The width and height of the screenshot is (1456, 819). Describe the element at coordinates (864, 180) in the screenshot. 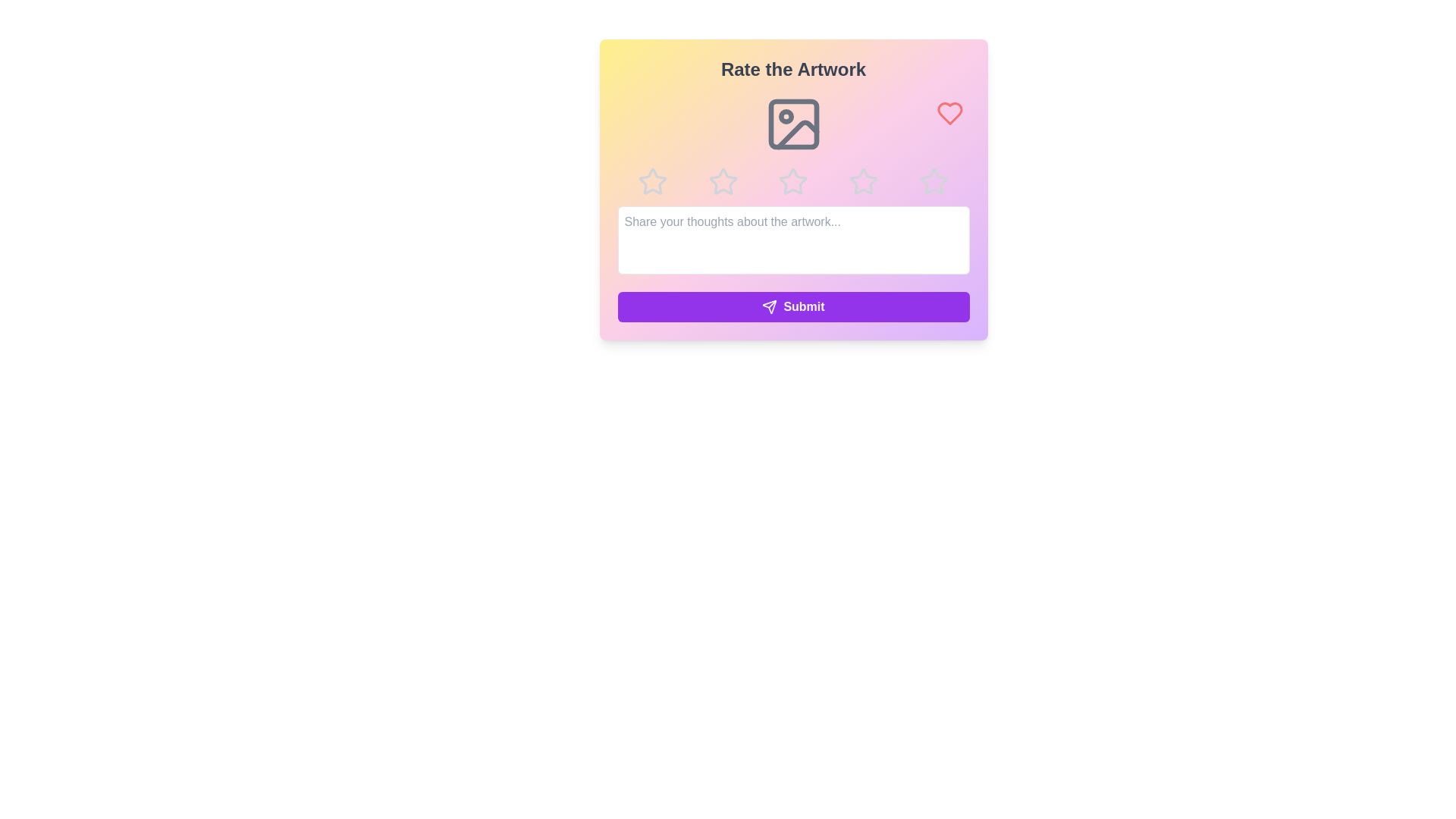

I see `the rating to 4 stars by clicking on the corresponding star icon` at that location.